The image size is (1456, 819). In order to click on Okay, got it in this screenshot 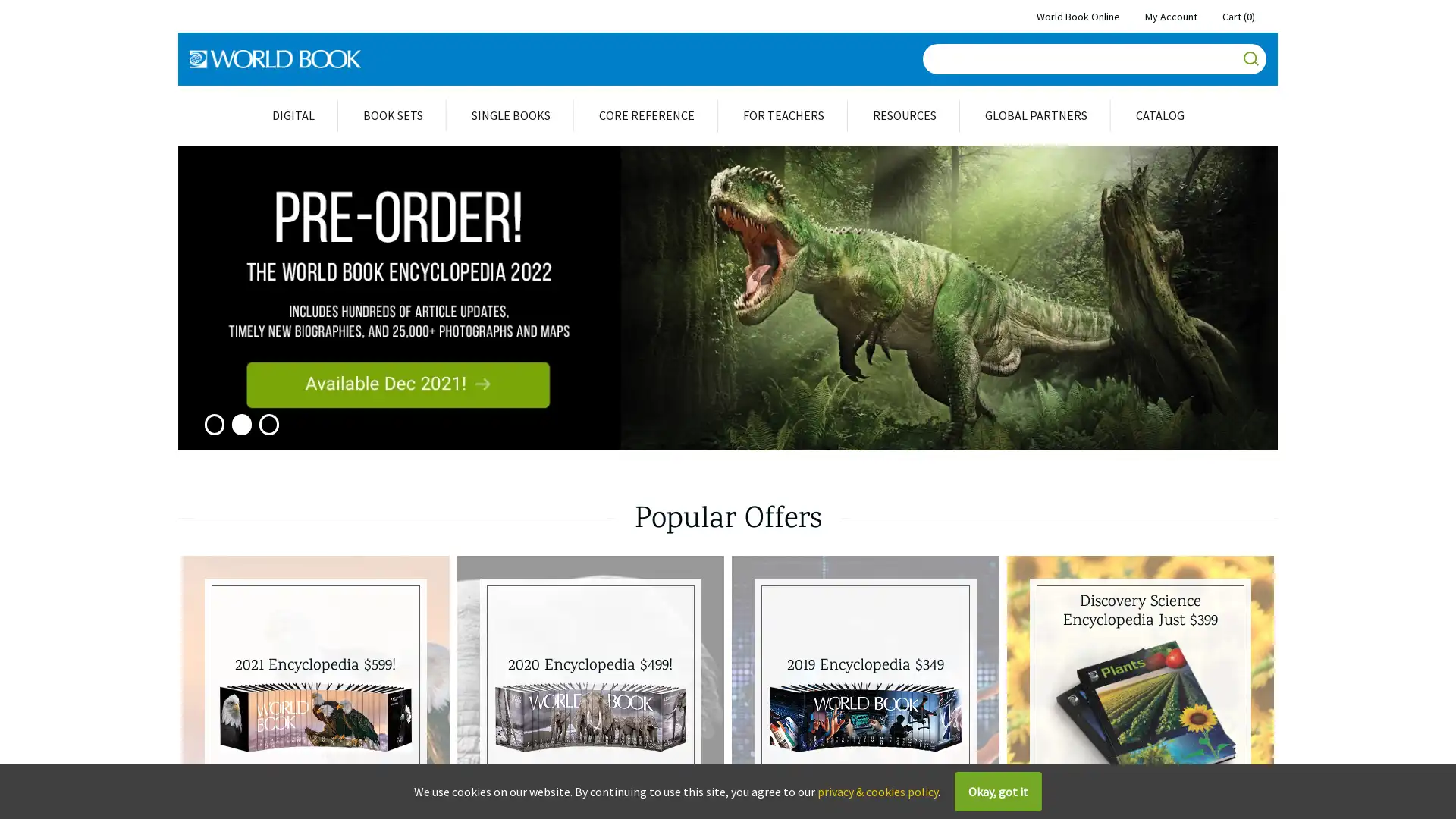, I will do `click(998, 791)`.